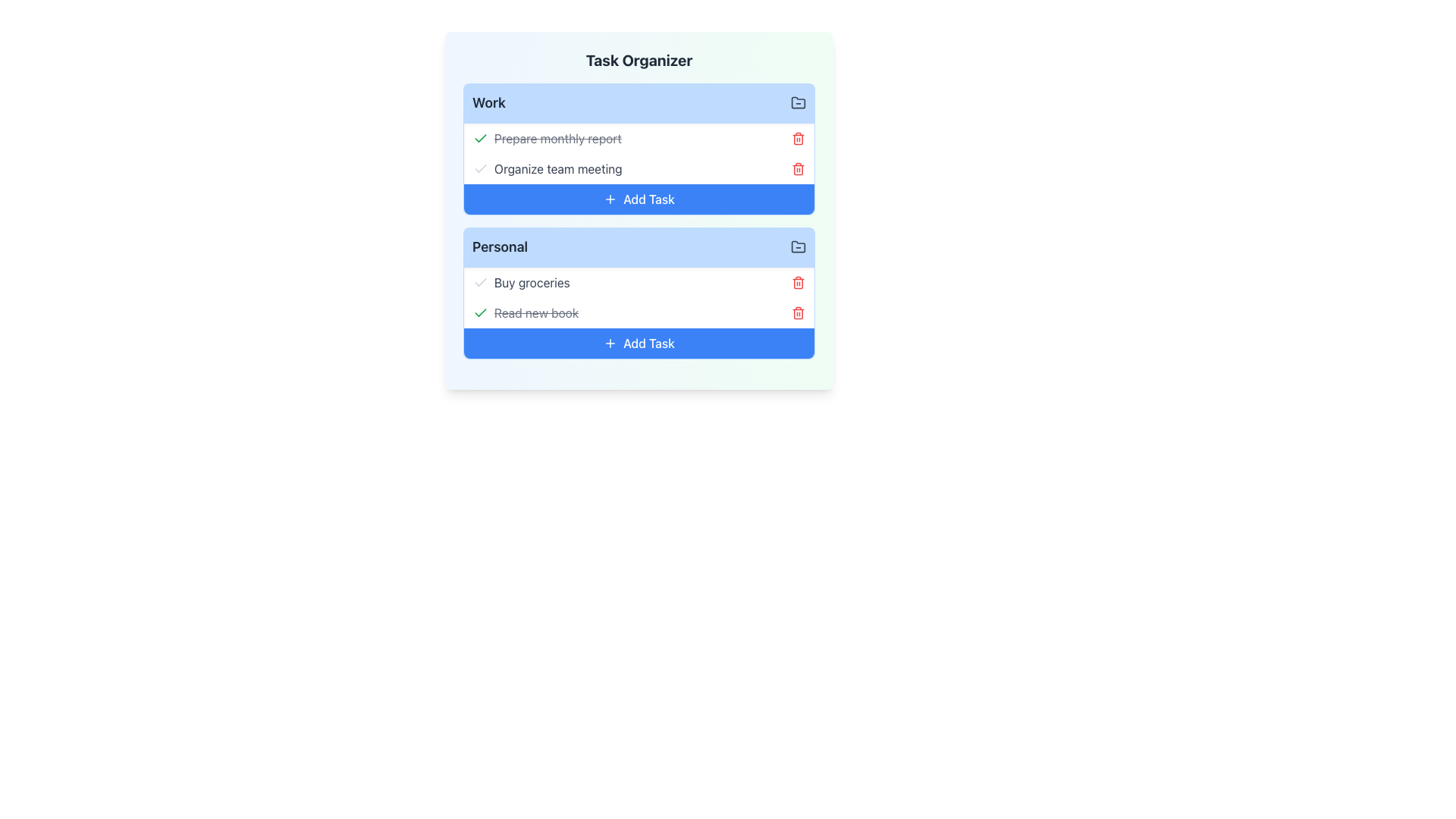 Image resolution: width=1456 pixels, height=819 pixels. Describe the element at coordinates (536, 312) in the screenshot. I see `the text label displaying 'Read new book' in the 'Personal' task category for additional details` at that location.